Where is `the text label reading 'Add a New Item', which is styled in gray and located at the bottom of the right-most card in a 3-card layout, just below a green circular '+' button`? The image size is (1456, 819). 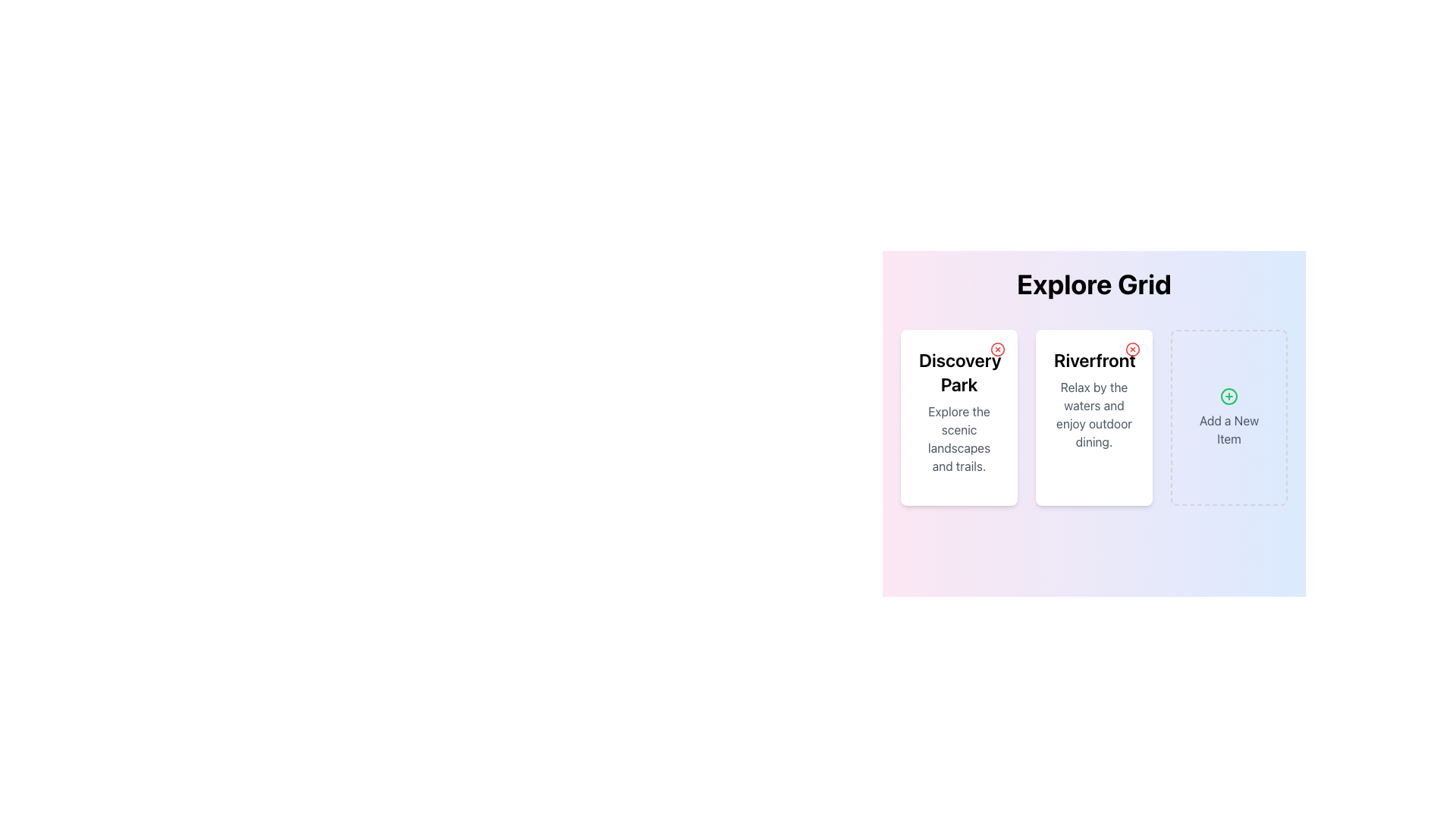 the text label reading 'Add a New Item', which is styled in gray and located at the bottom of the right-most card in a 3-card layout, just below a green circular '+' button is located at coordinates (1229, 430).